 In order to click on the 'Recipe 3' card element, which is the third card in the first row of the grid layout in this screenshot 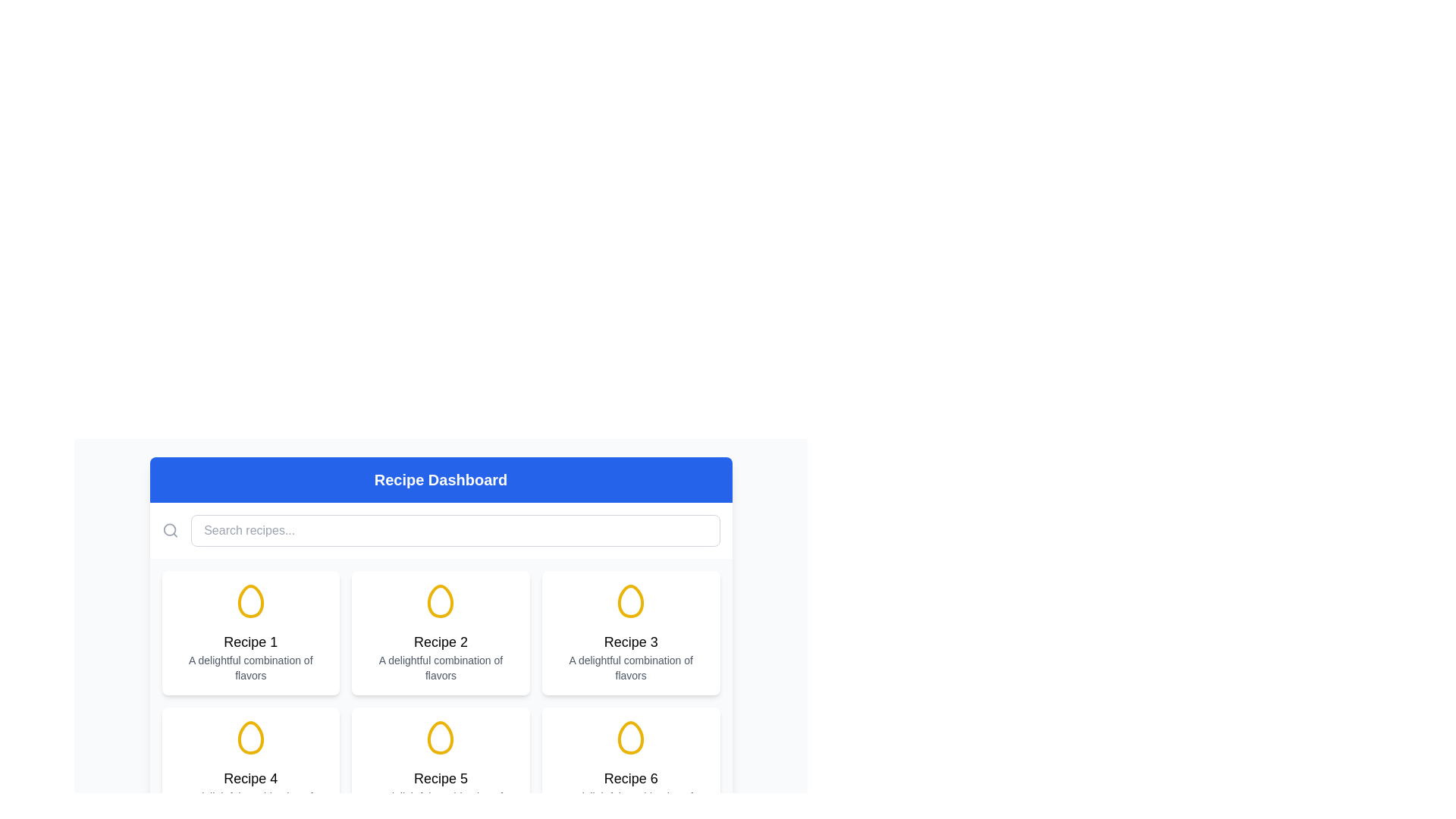, I will do `click(631, 632)`.